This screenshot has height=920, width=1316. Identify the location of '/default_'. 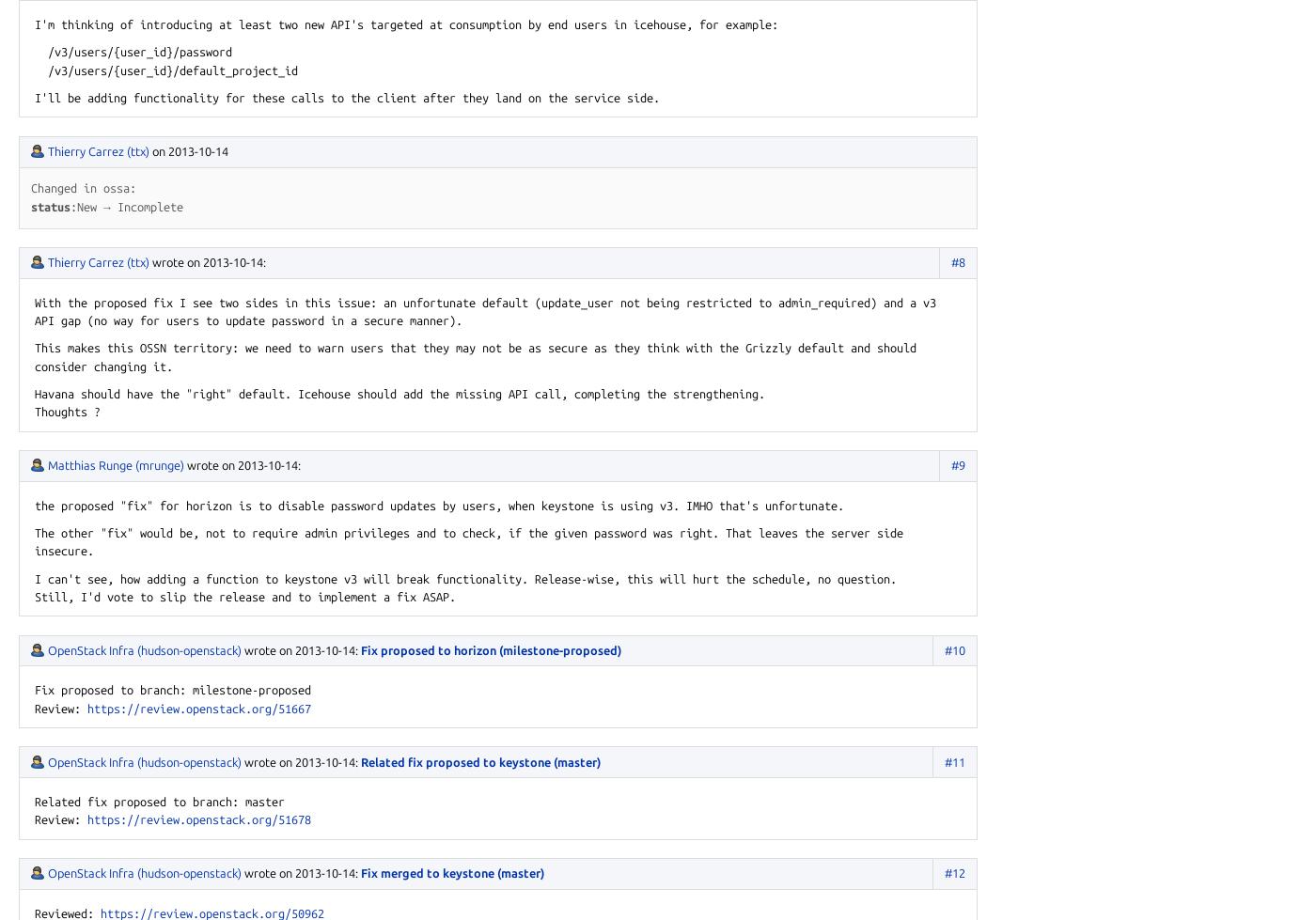
(172, 70).